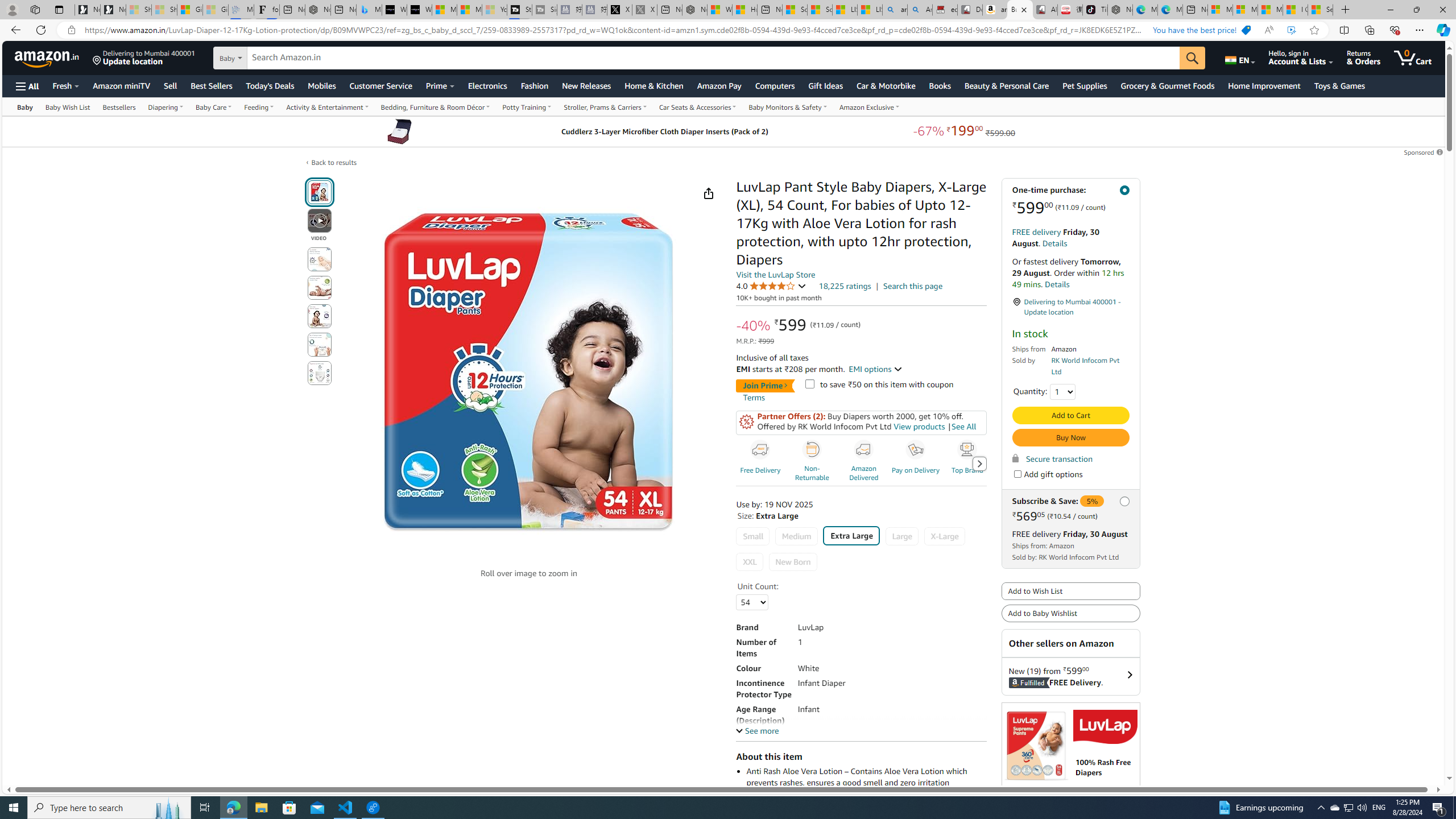 The image size is (1456, 819). Describe the element at coordinates (1092, 500) in the screenshot. I see `'5%'` at that location.